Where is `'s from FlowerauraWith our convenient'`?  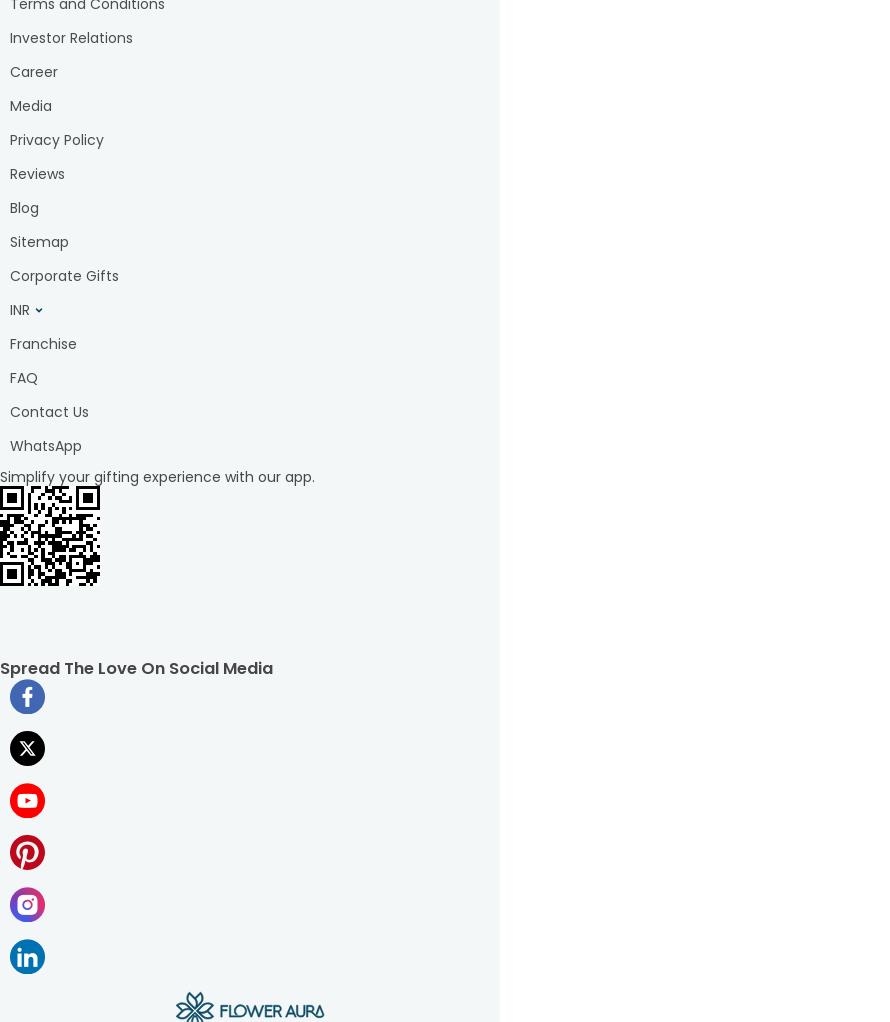 's from FlowerauraWith our convenient' is located at coordinates (9, 59).